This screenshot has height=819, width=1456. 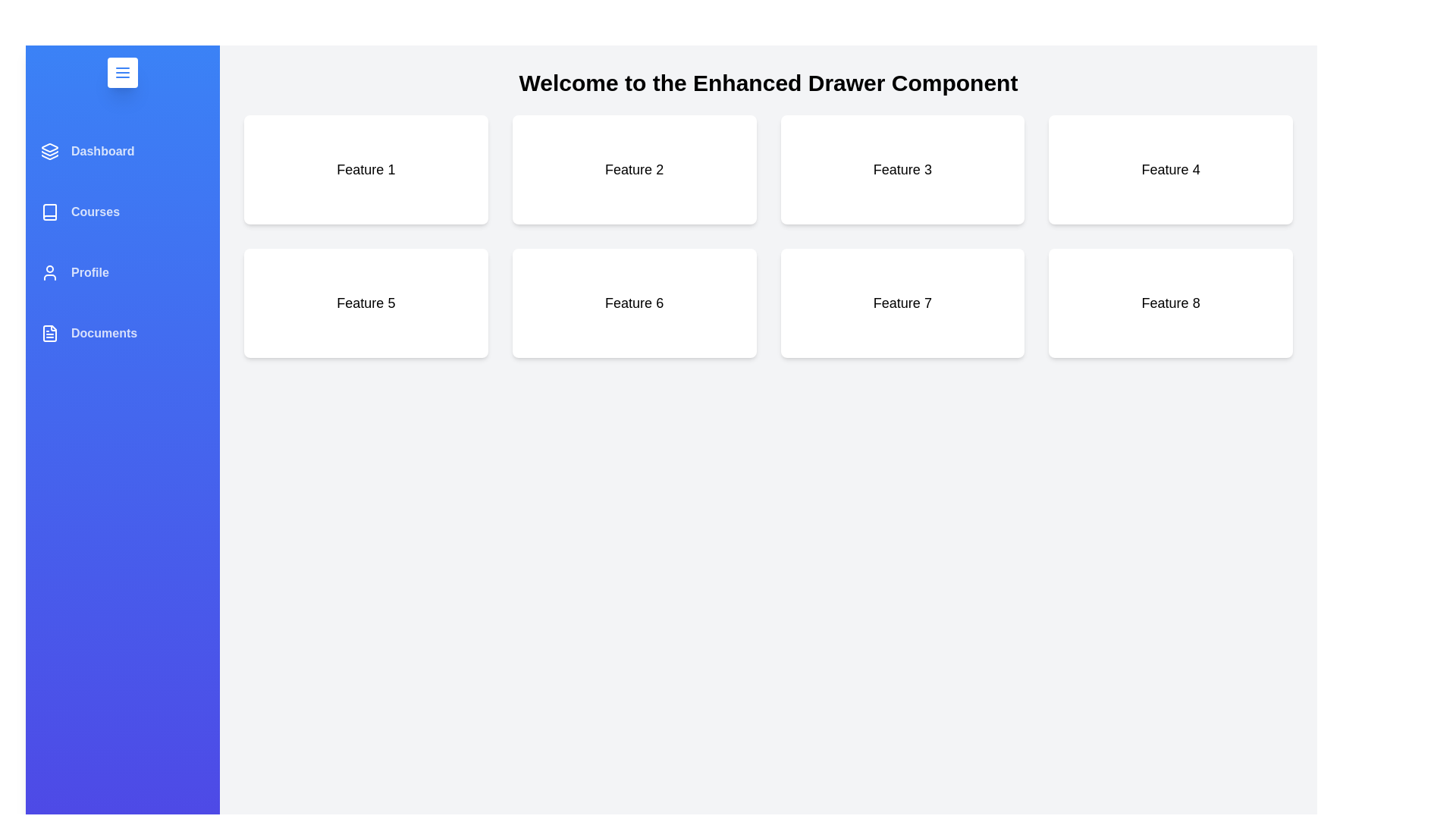 What do you see at coordinates (123, 73) in the screenshot?
I see `the menu button to toggle the drawer state` at bounding box center [123, 73].